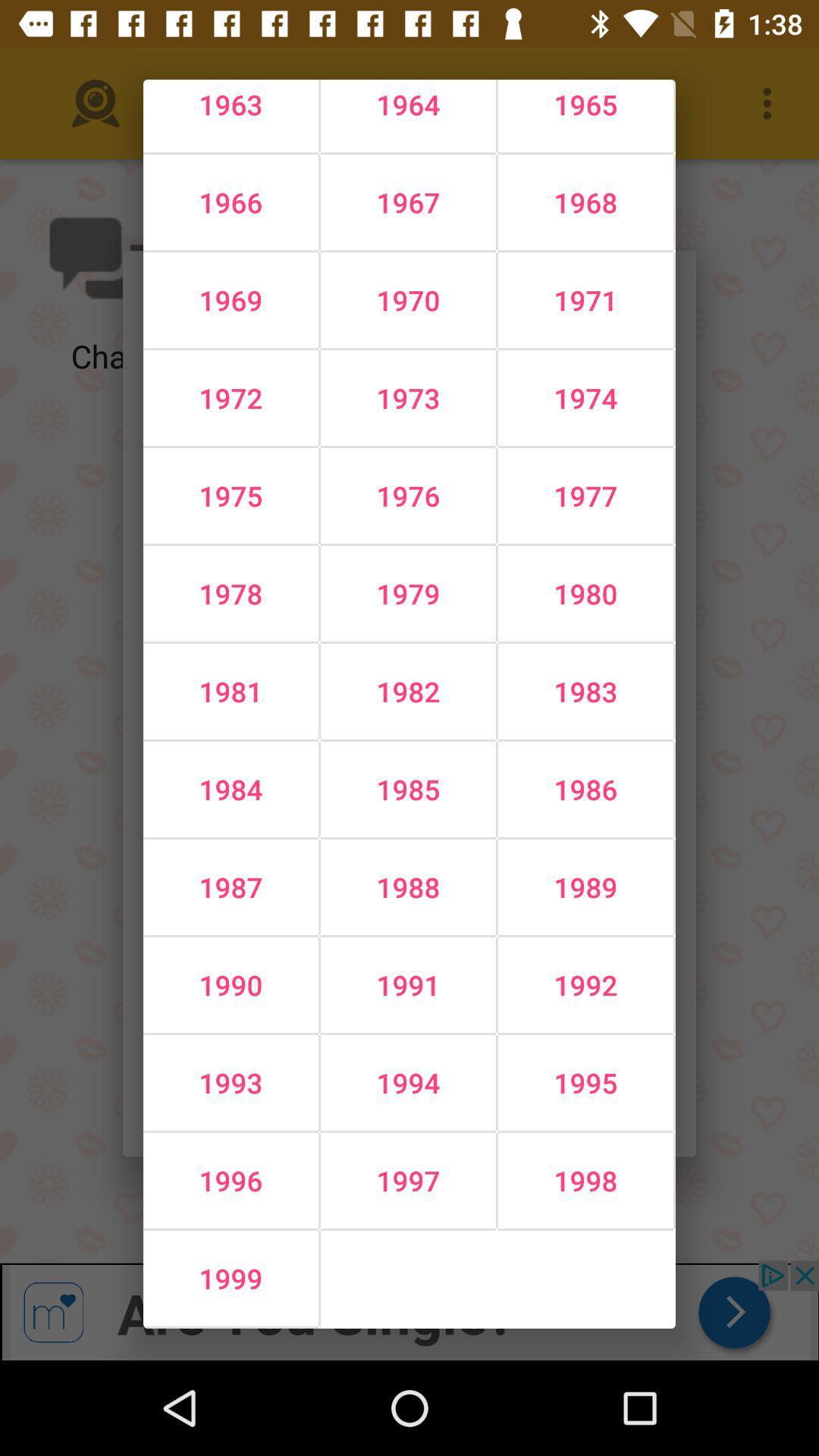 This screenshot has height=1456, width=819. Describe the element at coordinates (407, 300) in the screenshot. I see `icon below 1966` at that location.